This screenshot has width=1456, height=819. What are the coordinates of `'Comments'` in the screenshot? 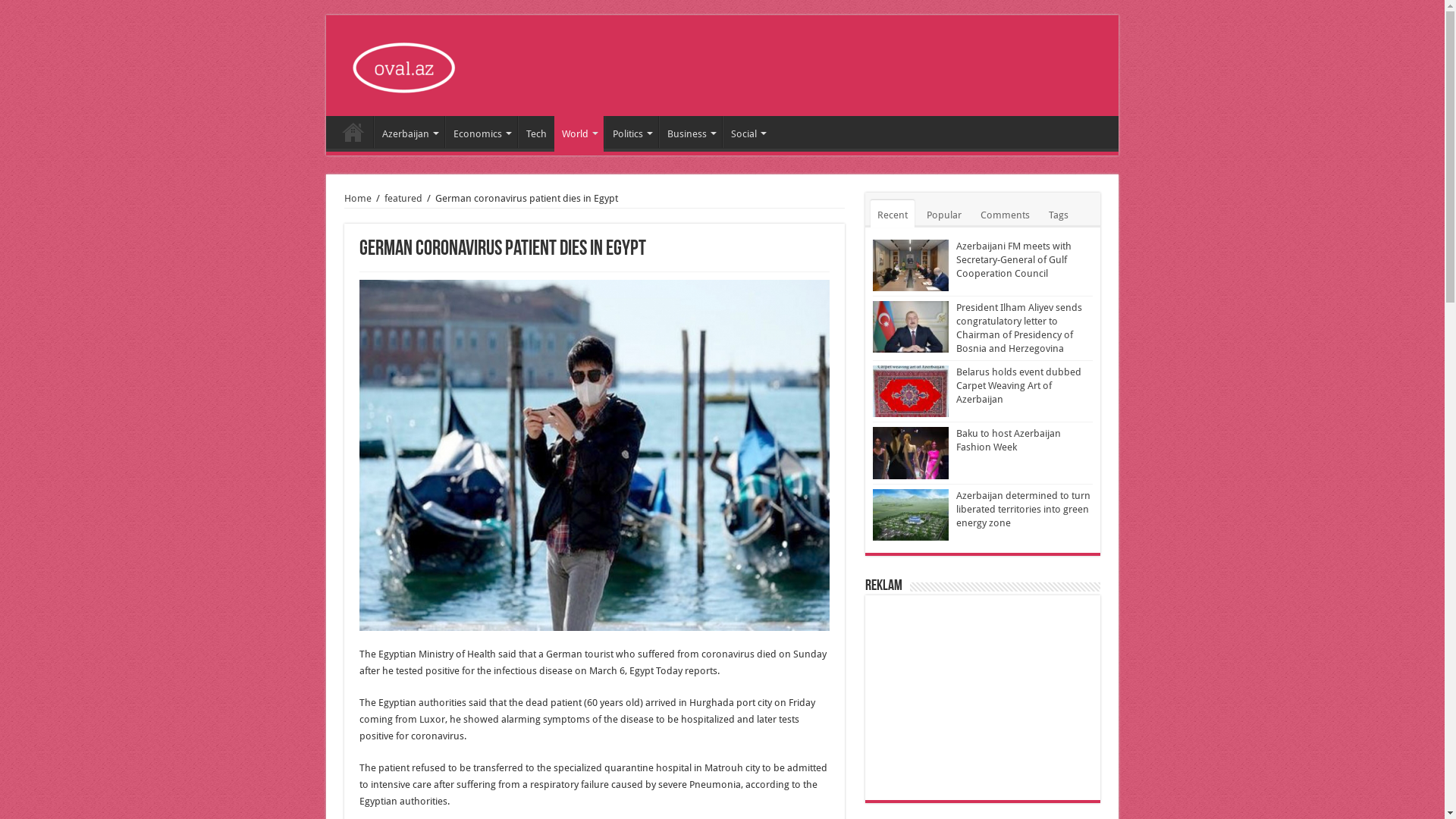 It's located at (1005, 213).